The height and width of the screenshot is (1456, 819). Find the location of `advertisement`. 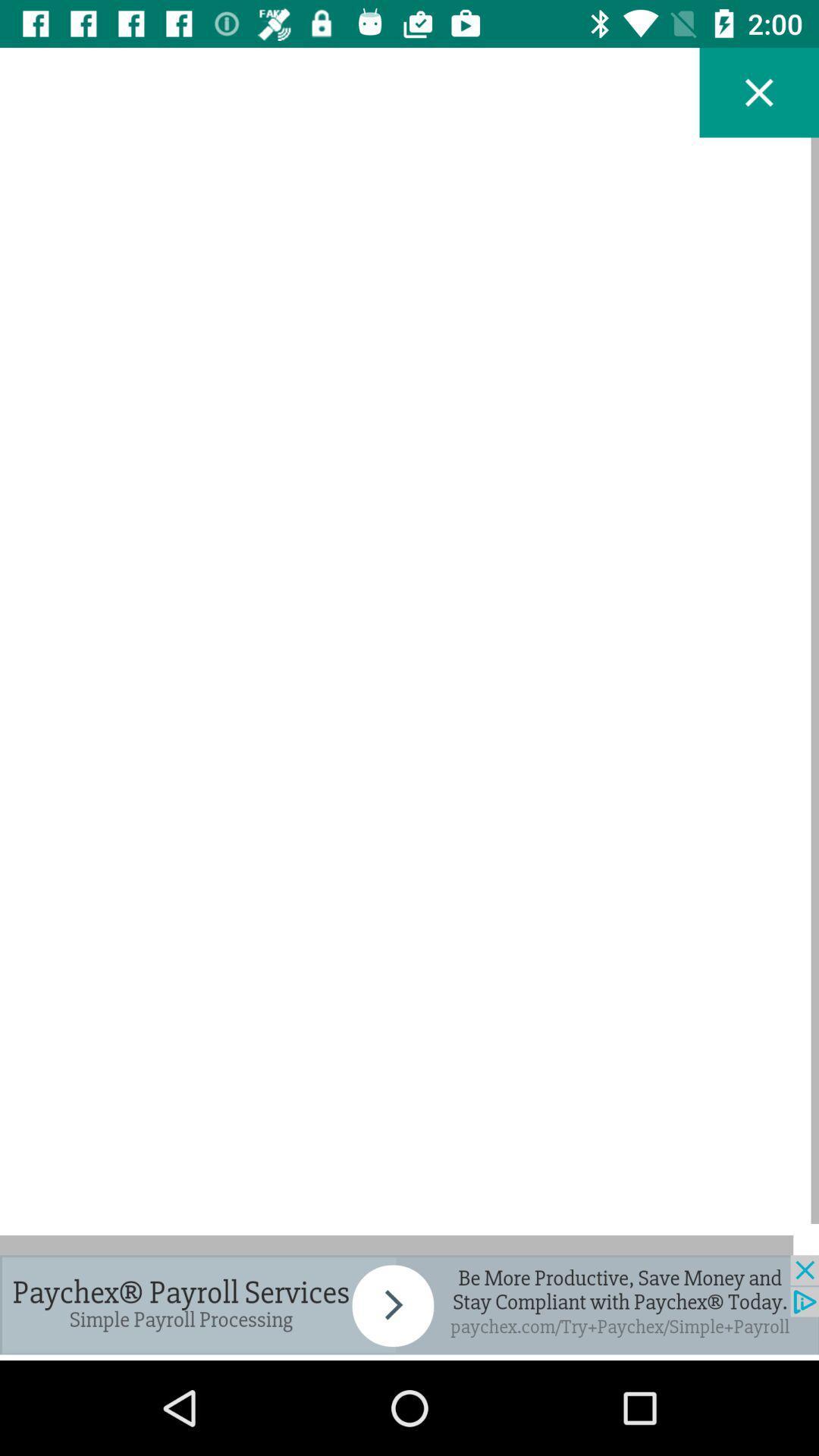

advertisement is located at coordinates (409, 1304).